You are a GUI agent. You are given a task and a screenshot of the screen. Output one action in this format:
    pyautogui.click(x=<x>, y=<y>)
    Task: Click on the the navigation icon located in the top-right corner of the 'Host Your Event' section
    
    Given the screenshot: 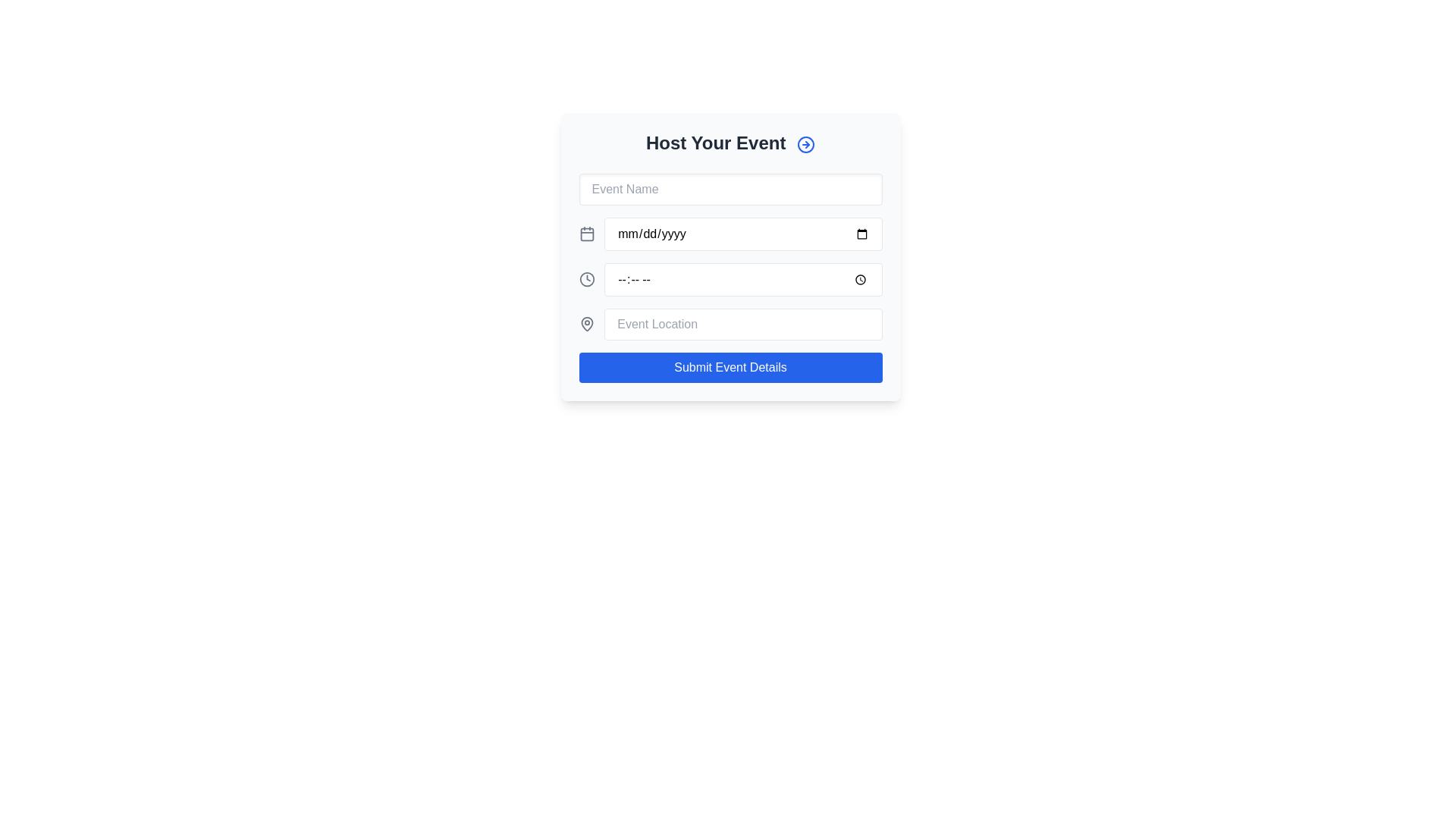 What is the action you would take?
    pyautogui.click(x=805, y=144)
    